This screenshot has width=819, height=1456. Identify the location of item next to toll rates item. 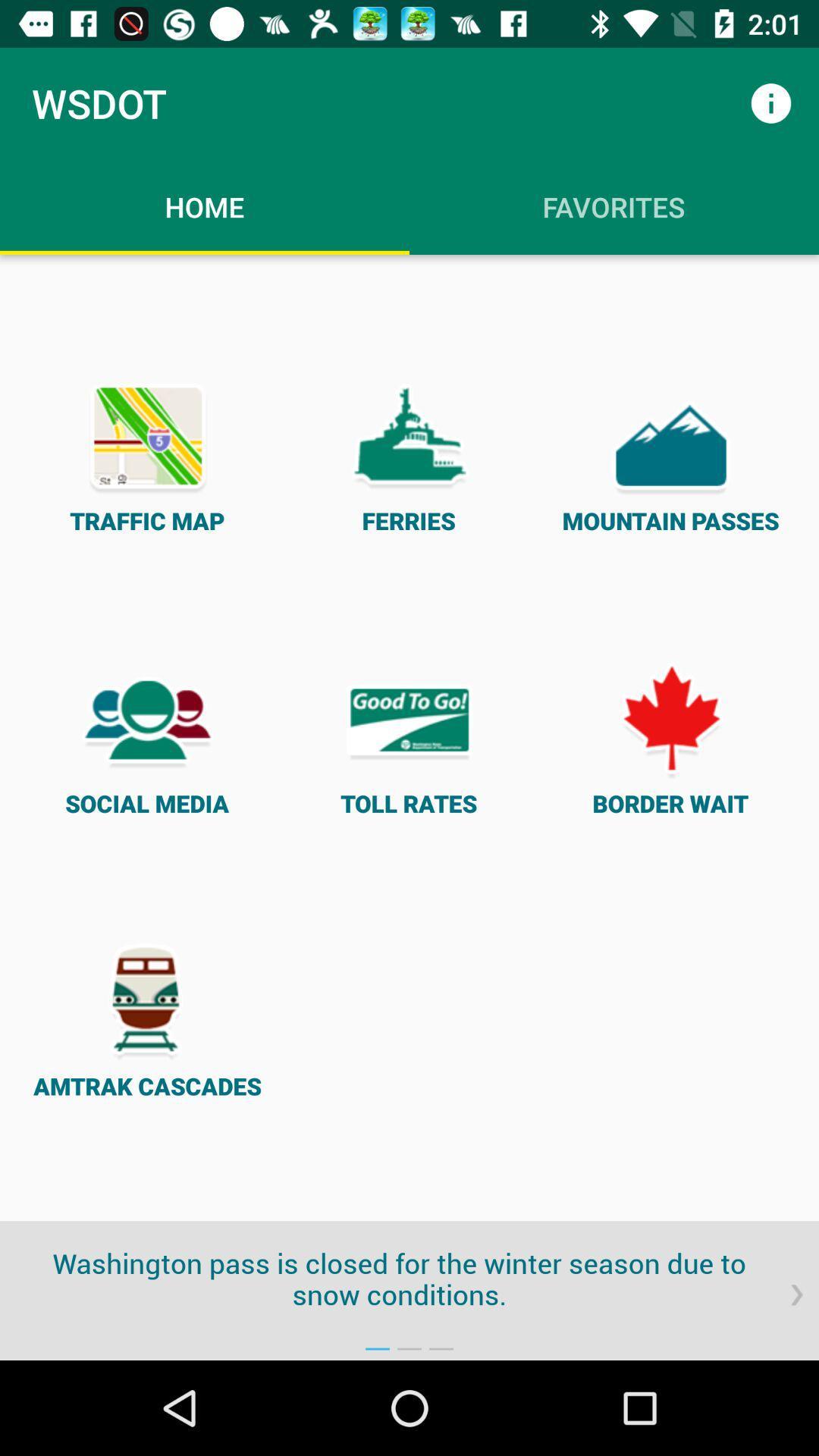
(147, 738).